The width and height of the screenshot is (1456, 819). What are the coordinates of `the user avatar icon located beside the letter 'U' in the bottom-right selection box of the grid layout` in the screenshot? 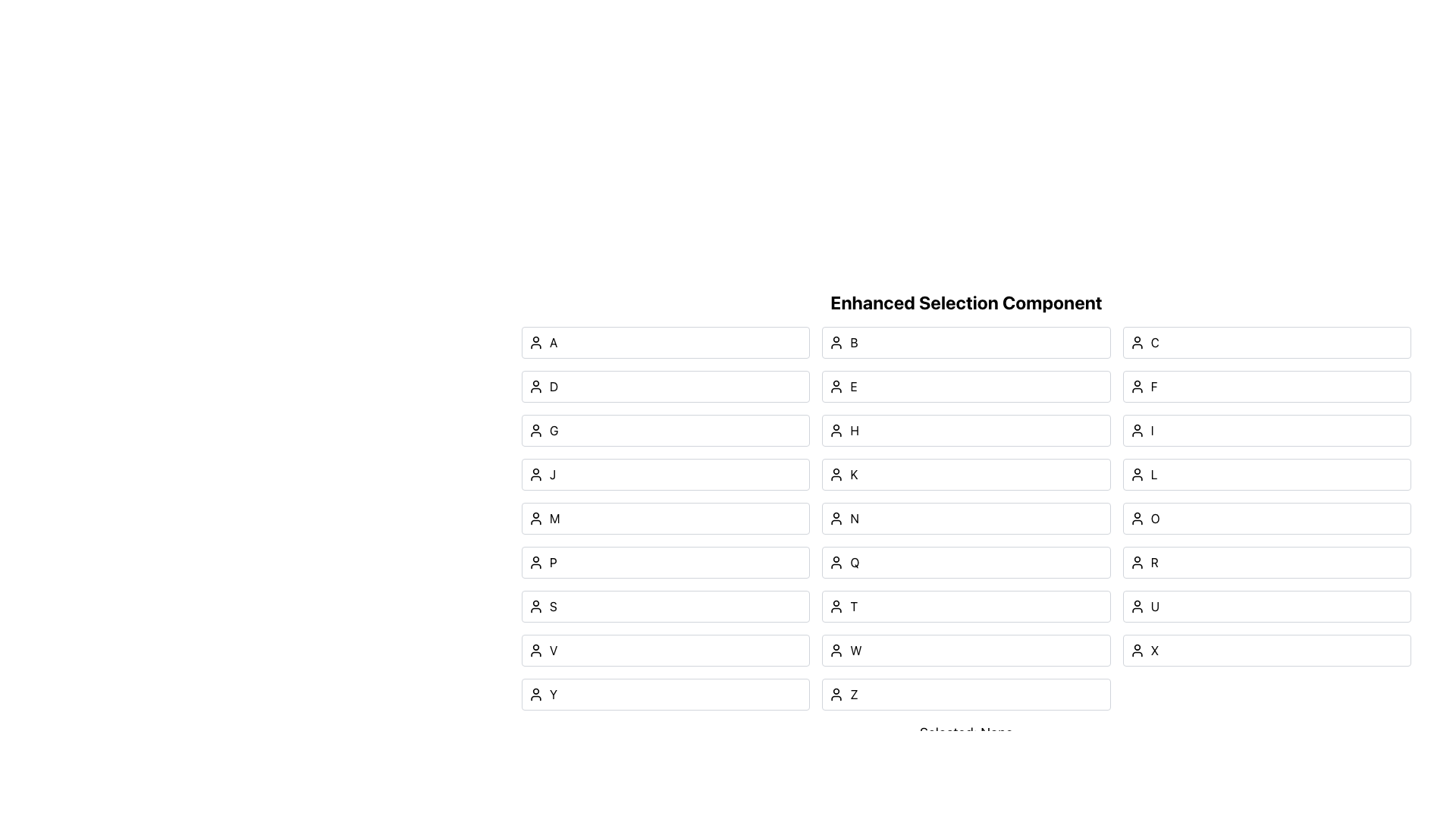 It's located at (1137, 605).